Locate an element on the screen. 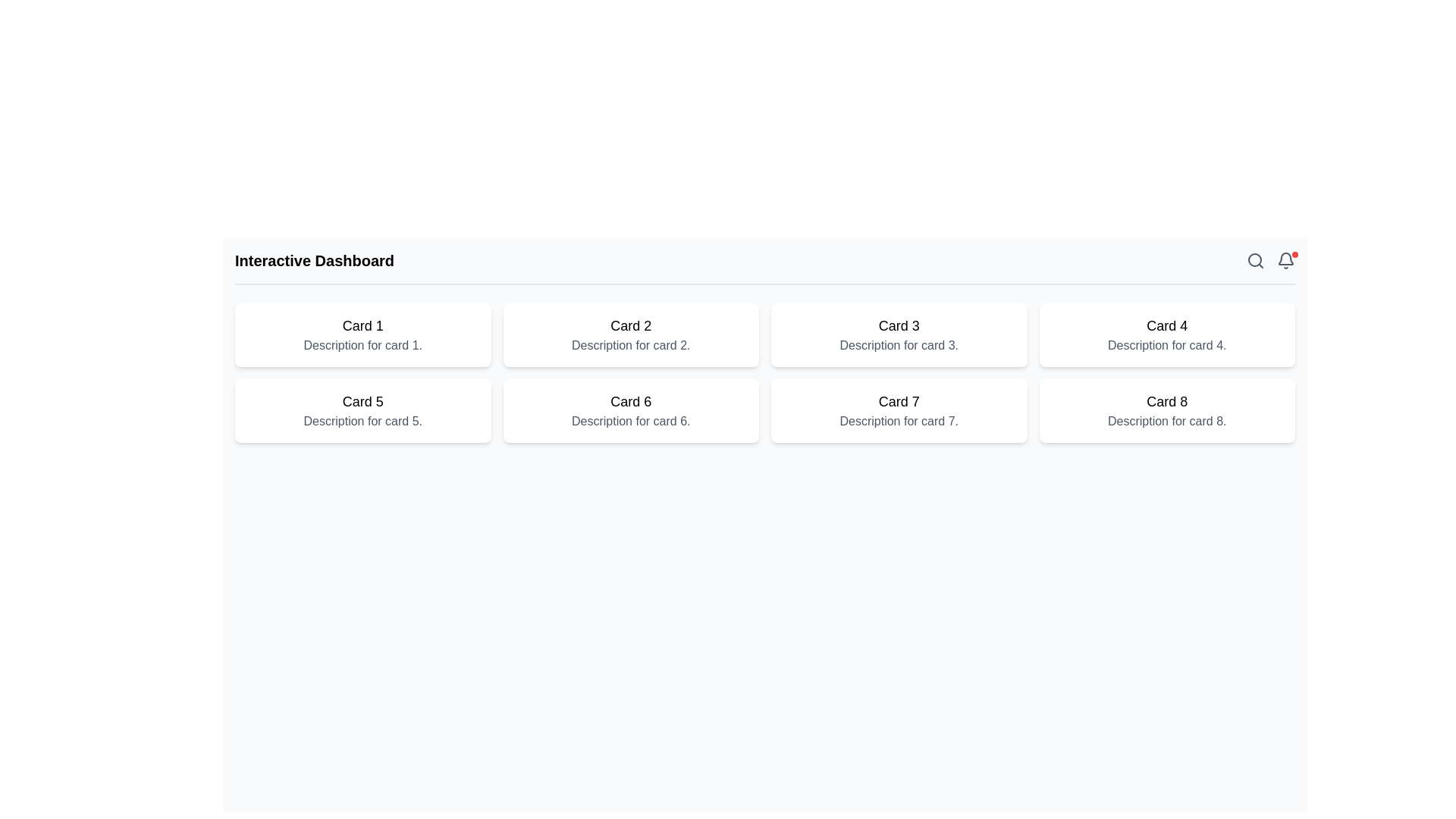 The image size is (1456, 819). 'Card 6' to interact with it, which is located in the second row and second column of the grid layout is located at coordinates (631, 411).